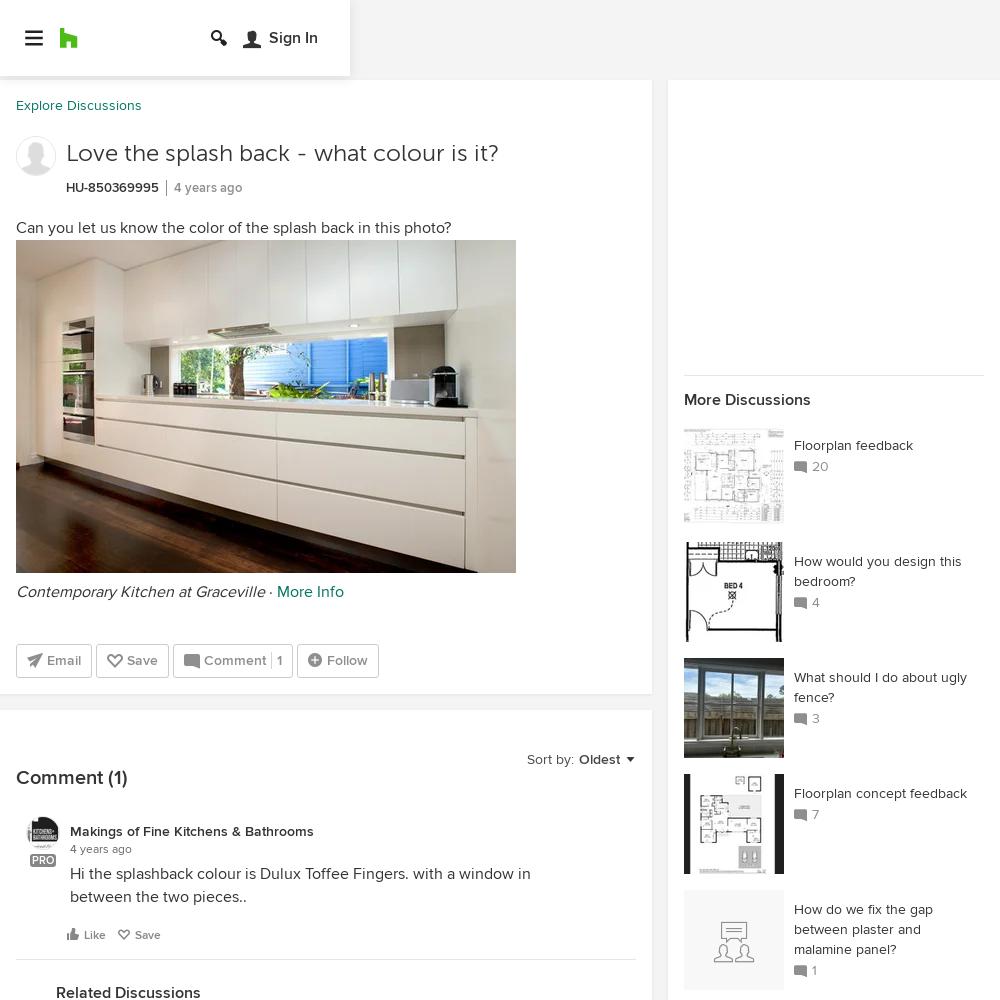 The image size is (1000, 1000). I want to click on 'Email', so click(63, 660).